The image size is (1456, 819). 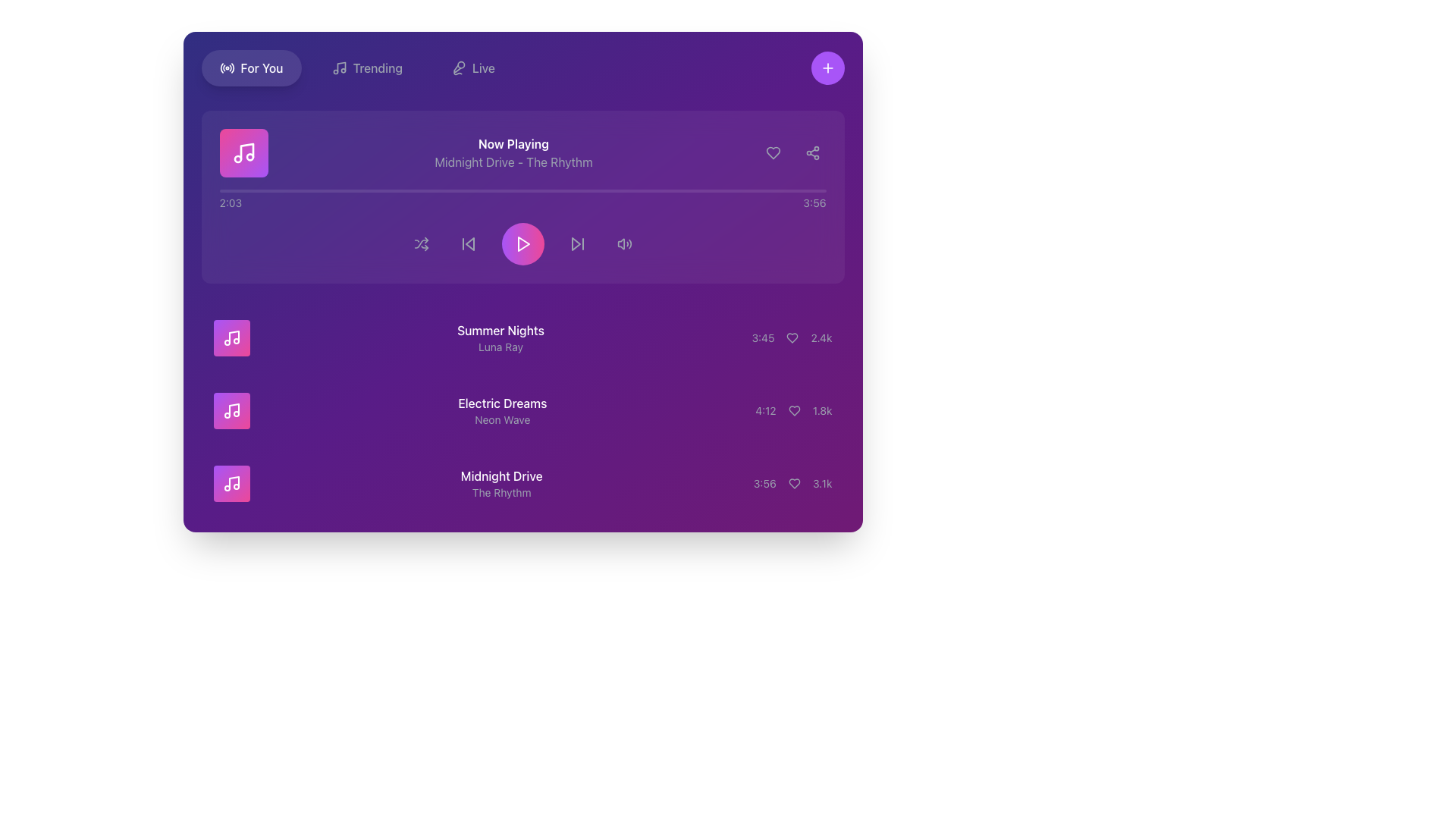 What do you see at coordinates (624, 243) in the screenshot?
I see `the volume control button located in the bottom-right region of the 'Now Playing' section` at bounding box center [624, 243].